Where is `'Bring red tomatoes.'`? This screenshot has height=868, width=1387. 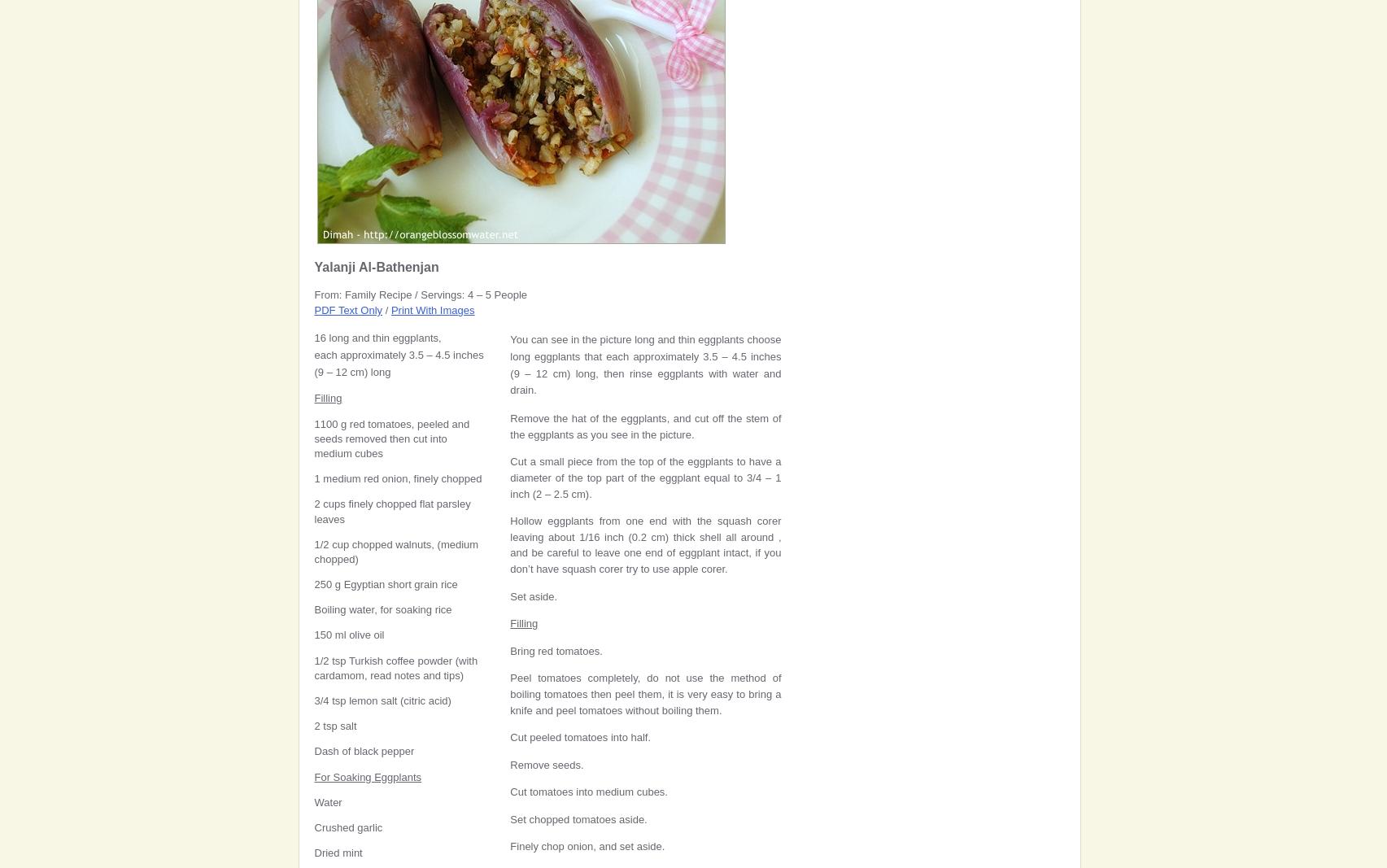 'Bring red tomatoes.' is located at coordinates (509, 649).